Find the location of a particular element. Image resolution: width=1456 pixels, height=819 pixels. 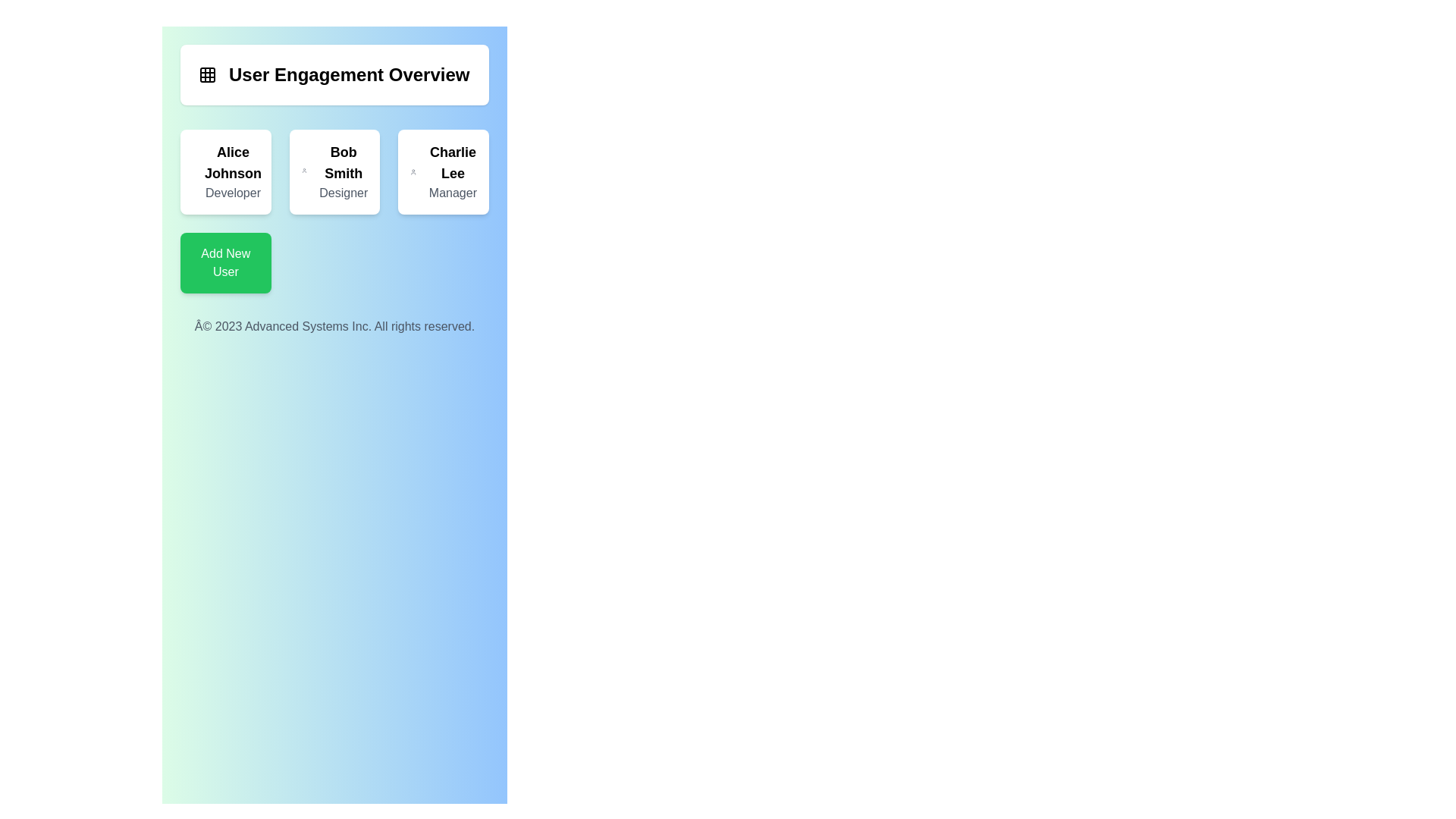

the 'Designer' text label element styled in grey color, which is located below the name 'Bob Smith' within a card layout is located at coordinates (343, 192).